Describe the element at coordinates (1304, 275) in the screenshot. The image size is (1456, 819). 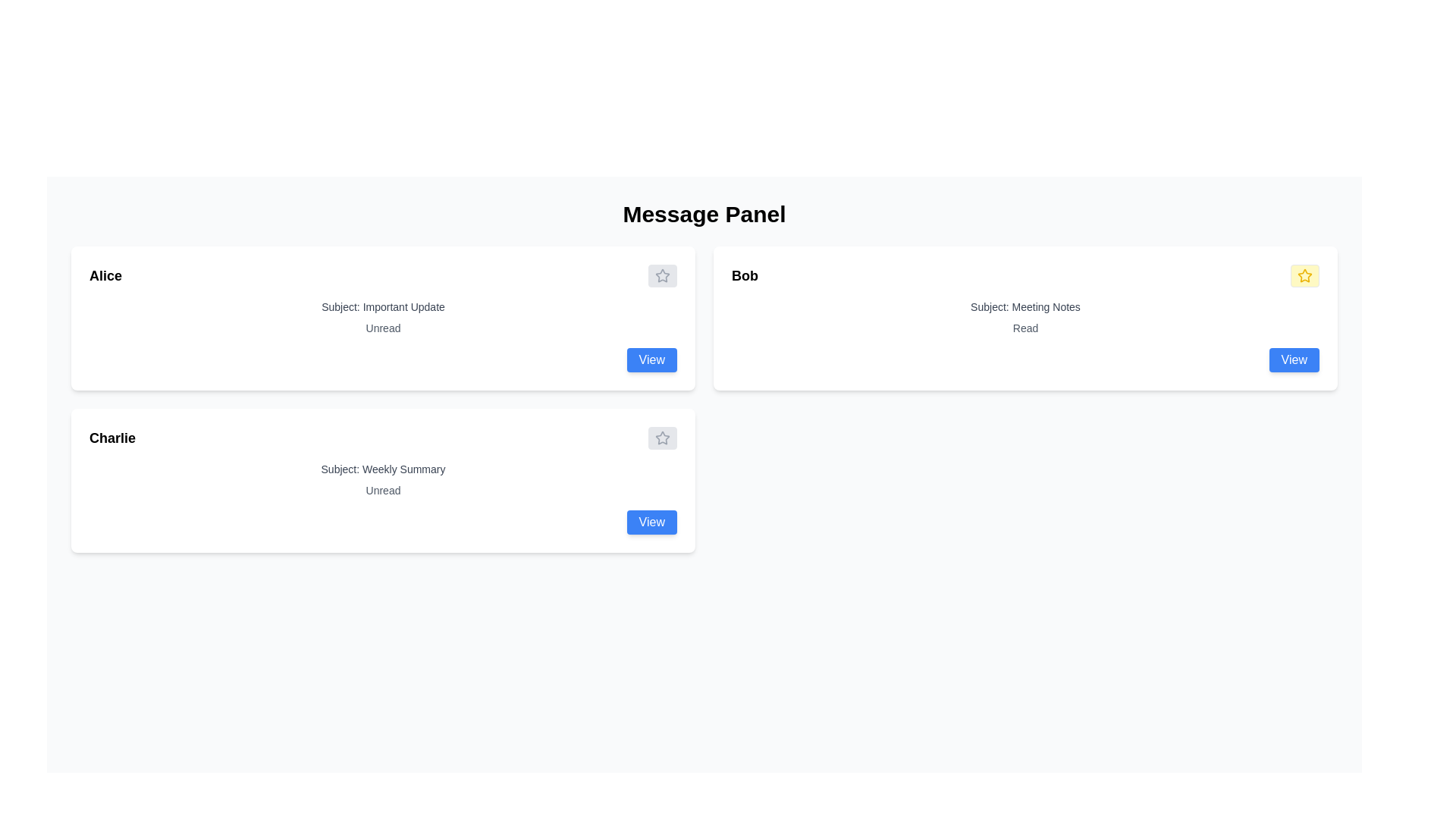
I see `the interactive star icon with a yellow fill located in the top-right corner relative` at that location.